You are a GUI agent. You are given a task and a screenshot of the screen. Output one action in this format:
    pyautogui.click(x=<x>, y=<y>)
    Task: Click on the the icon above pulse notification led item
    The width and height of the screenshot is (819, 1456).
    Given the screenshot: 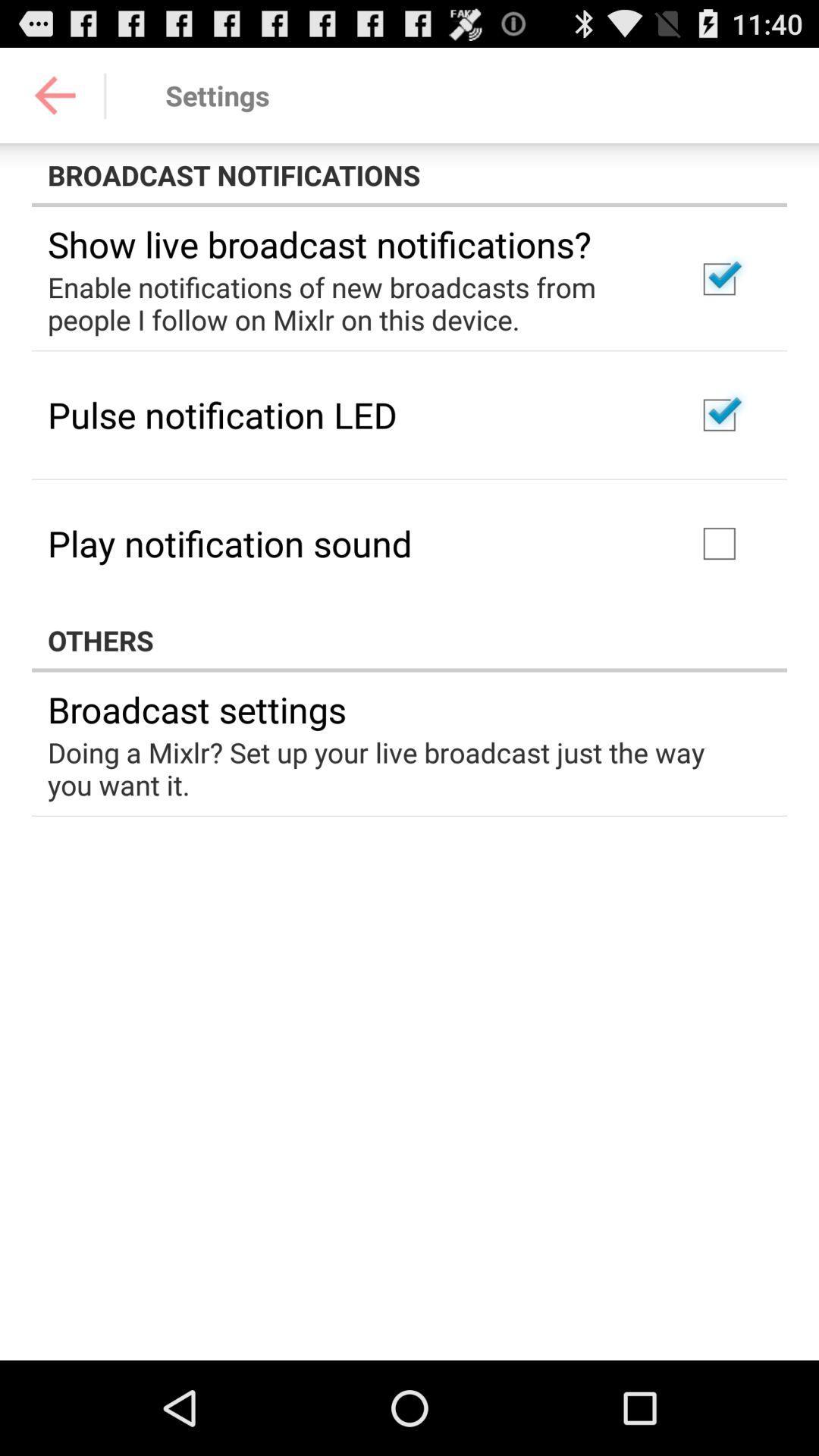 What is the action you would take?
    pyautogui.click(x=351, y=303)
    